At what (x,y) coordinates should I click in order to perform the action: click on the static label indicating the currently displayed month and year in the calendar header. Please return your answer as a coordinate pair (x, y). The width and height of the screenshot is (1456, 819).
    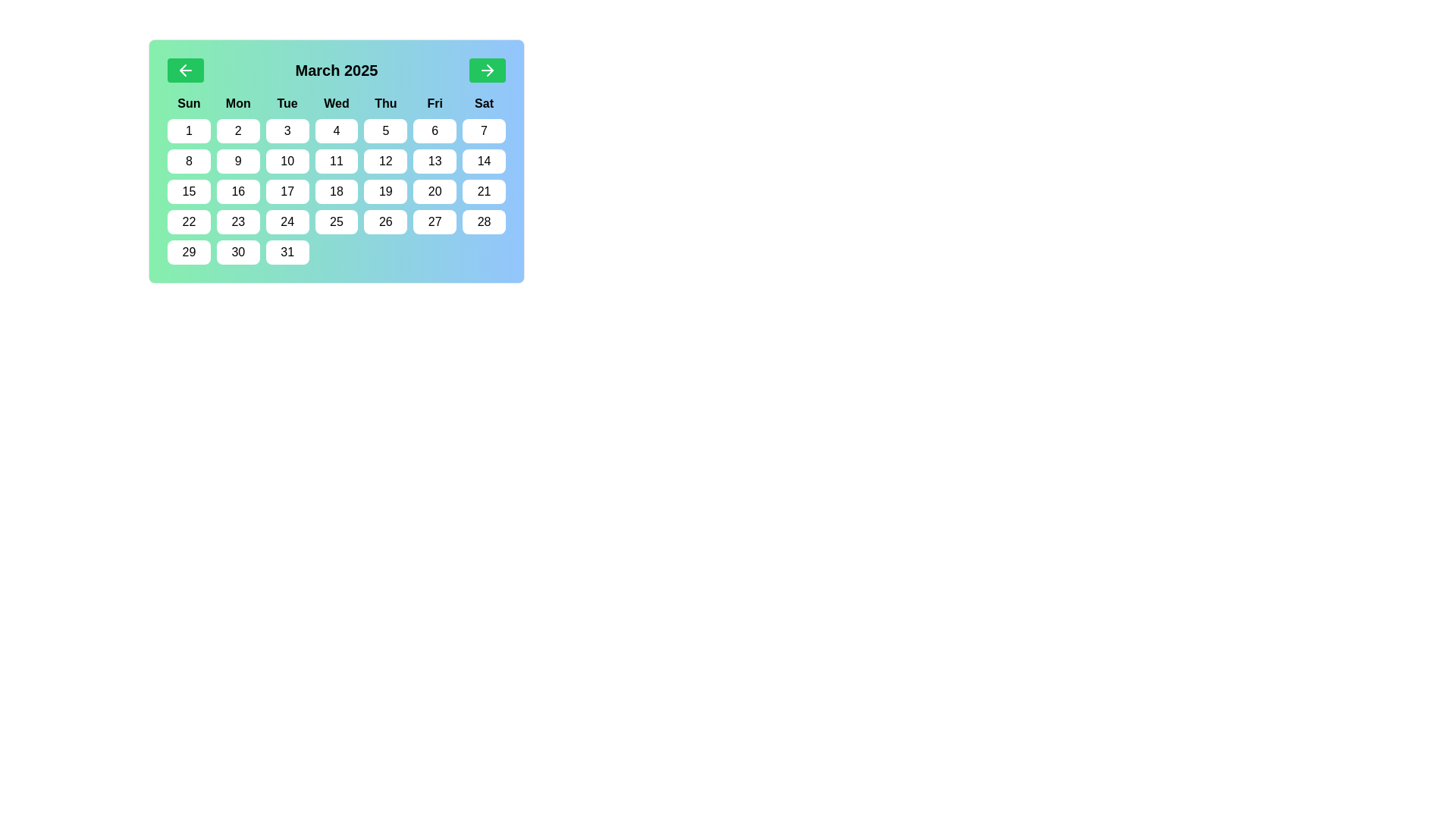
    Looking at the image, I should click on (336, 70).